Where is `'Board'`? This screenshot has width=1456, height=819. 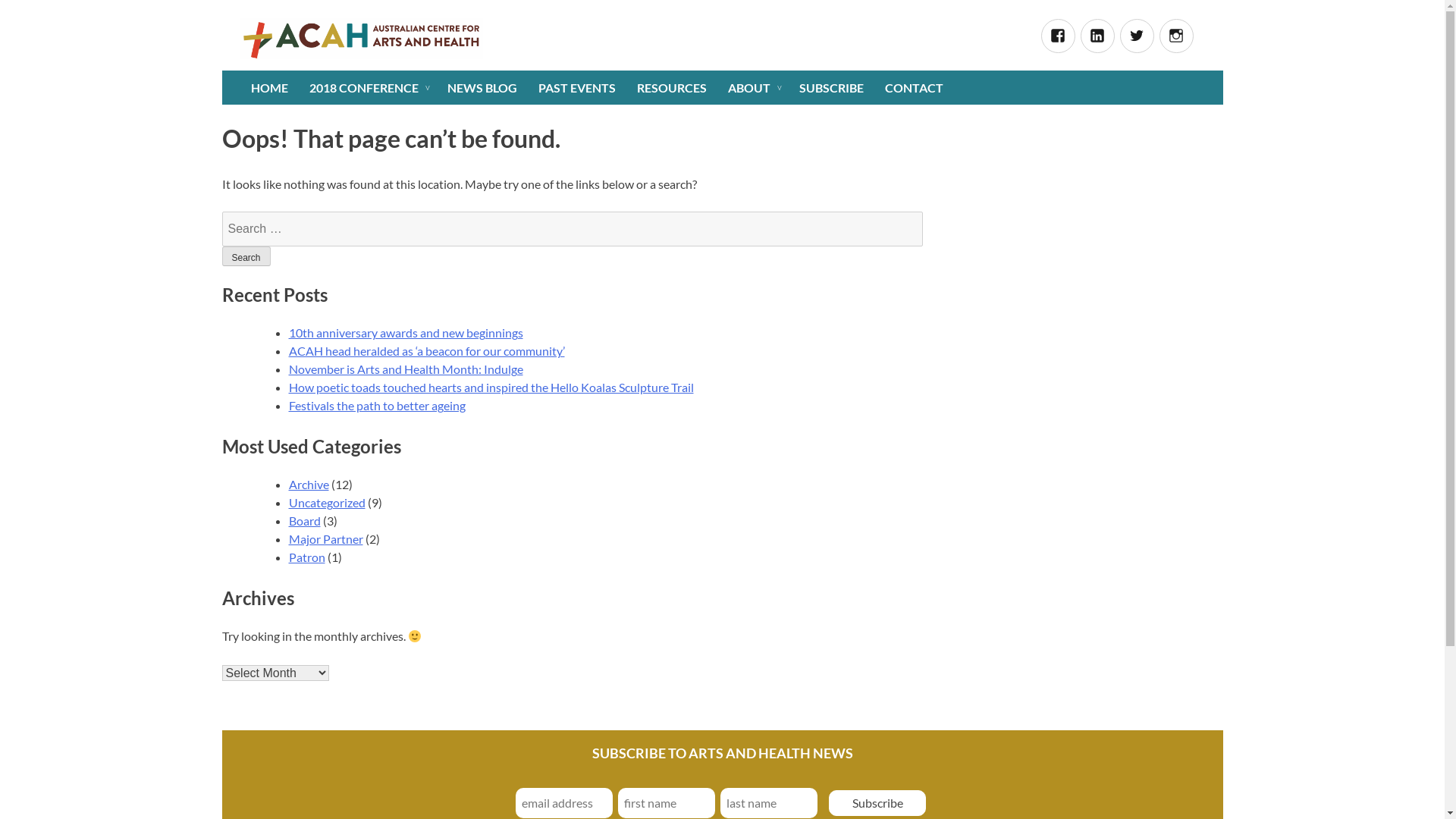
'Board' is located at coordinates (303, 519).